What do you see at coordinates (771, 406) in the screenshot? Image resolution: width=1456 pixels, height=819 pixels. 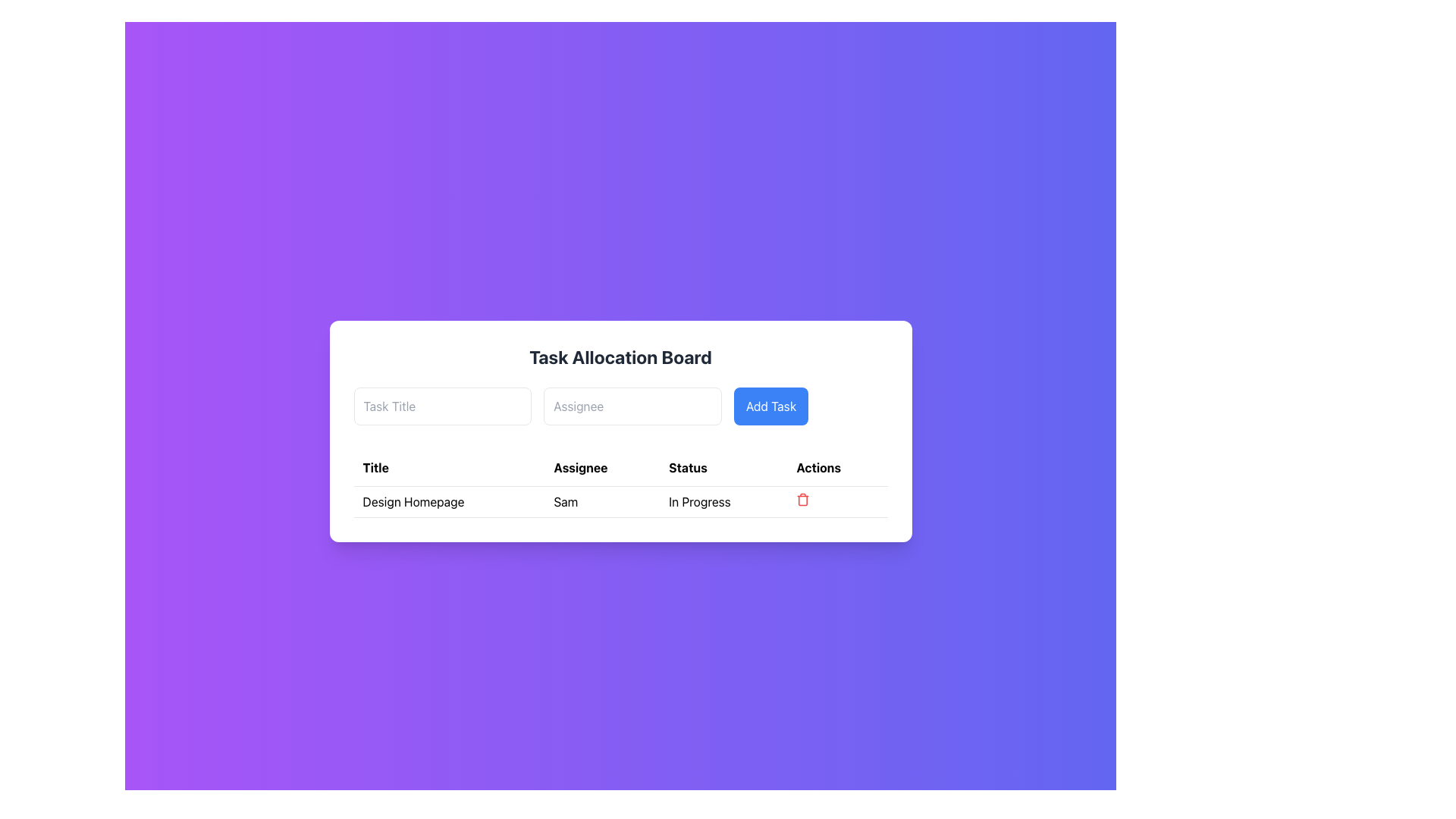 I see `the 'Add Task' button located at the rightmost position of the task input layout to observe the hover effect` at bounding box center [771, 406].